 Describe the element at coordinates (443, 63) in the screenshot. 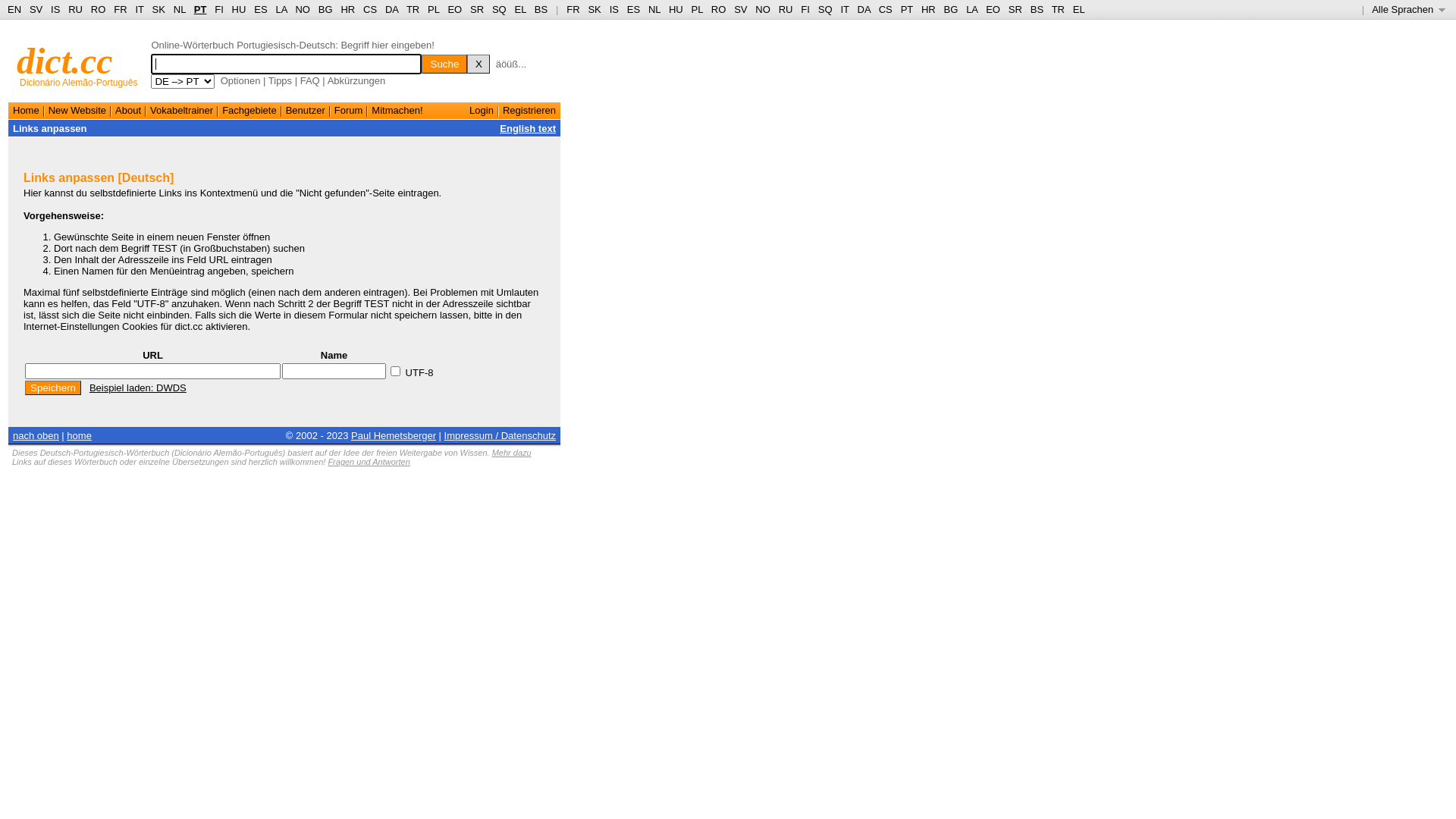

I see `'Suche'` at that location.